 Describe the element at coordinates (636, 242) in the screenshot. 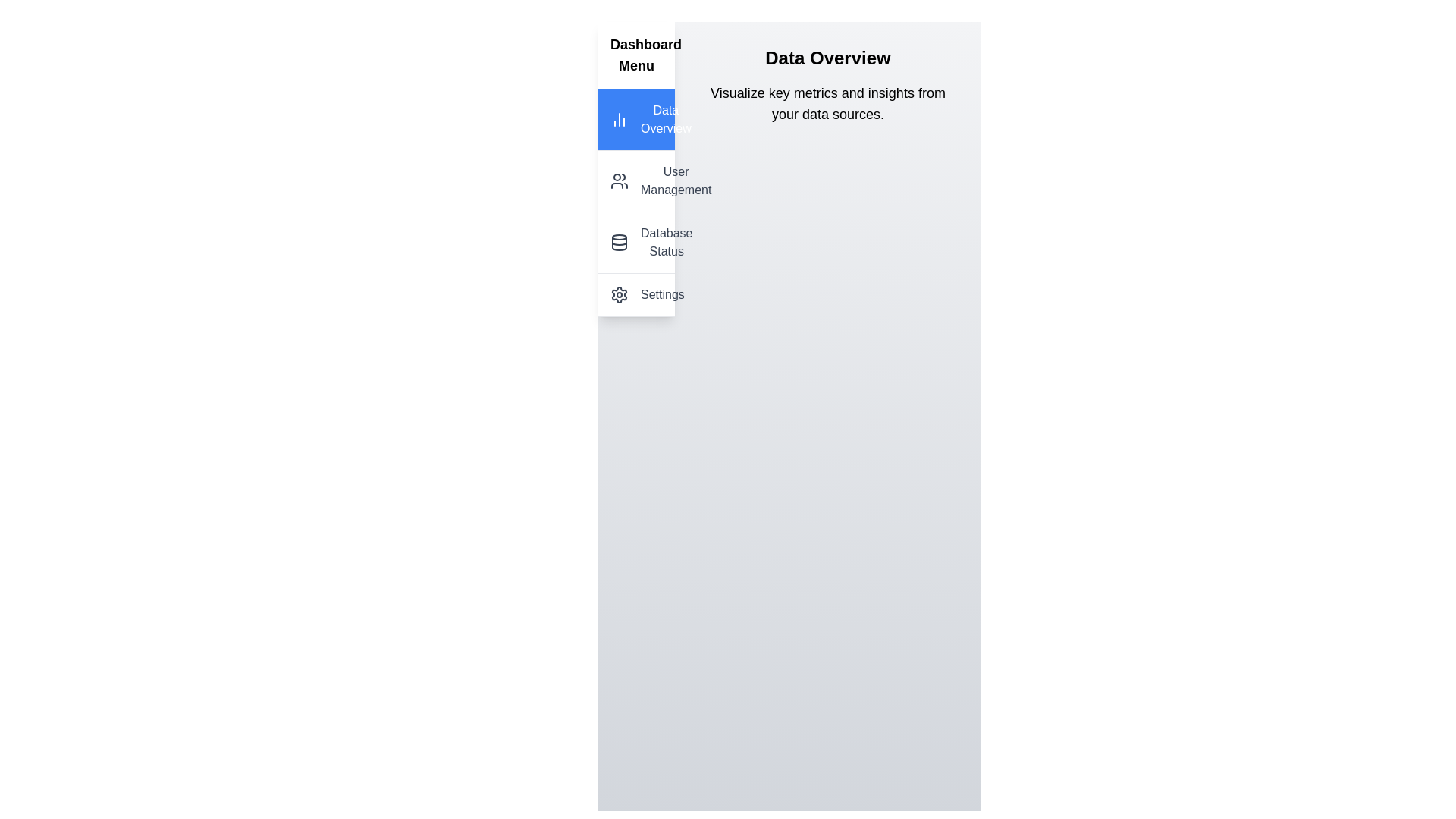

I see `the menu item corresponding to Database Status to navigate to that section` at that location.